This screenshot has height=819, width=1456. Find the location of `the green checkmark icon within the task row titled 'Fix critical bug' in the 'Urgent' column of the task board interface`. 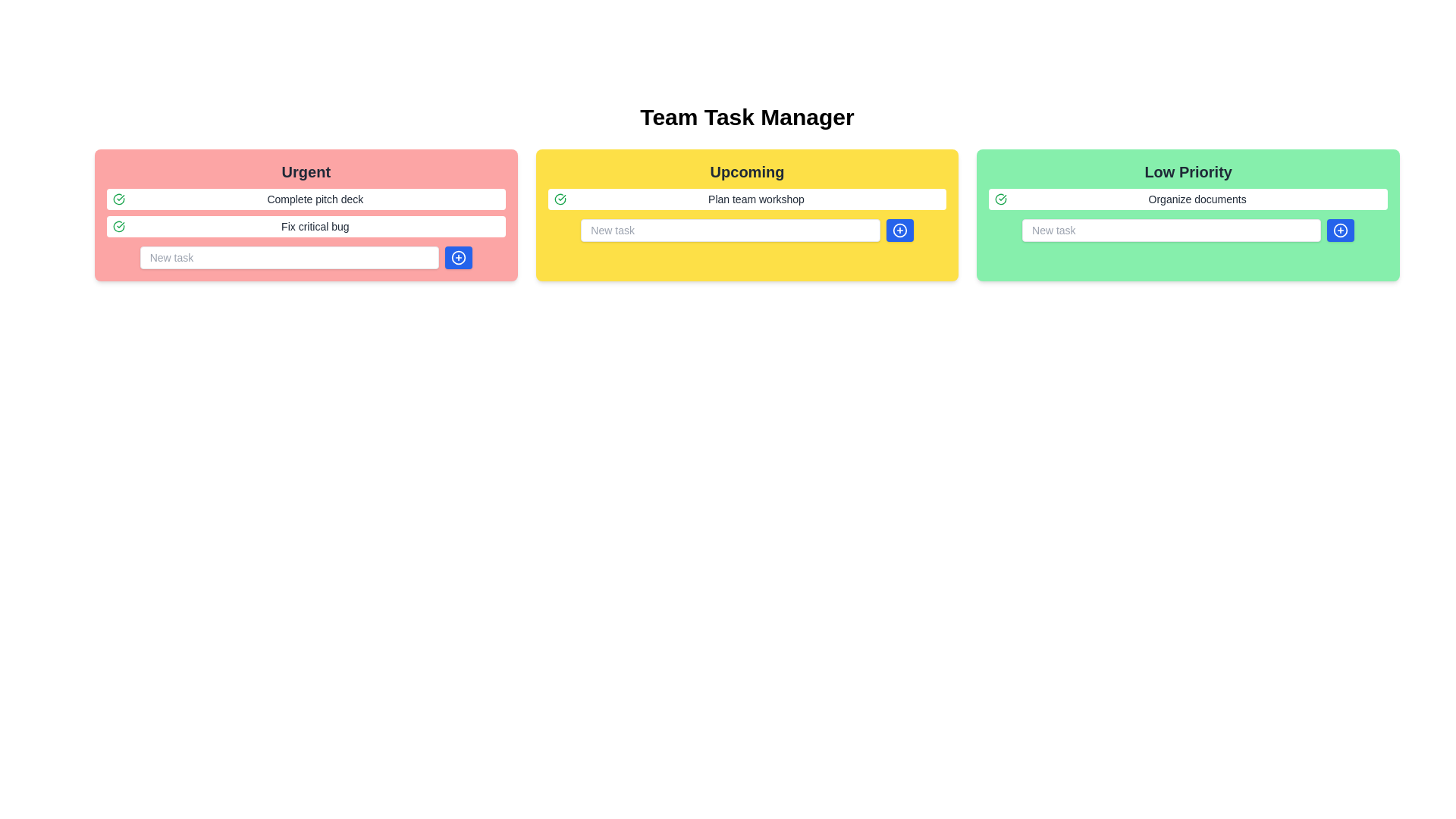

the green checkmark icon within the task row titled 'Fix critical bug' in the 'Urgent' column of the task board interface is located at coordinates (118, 227).